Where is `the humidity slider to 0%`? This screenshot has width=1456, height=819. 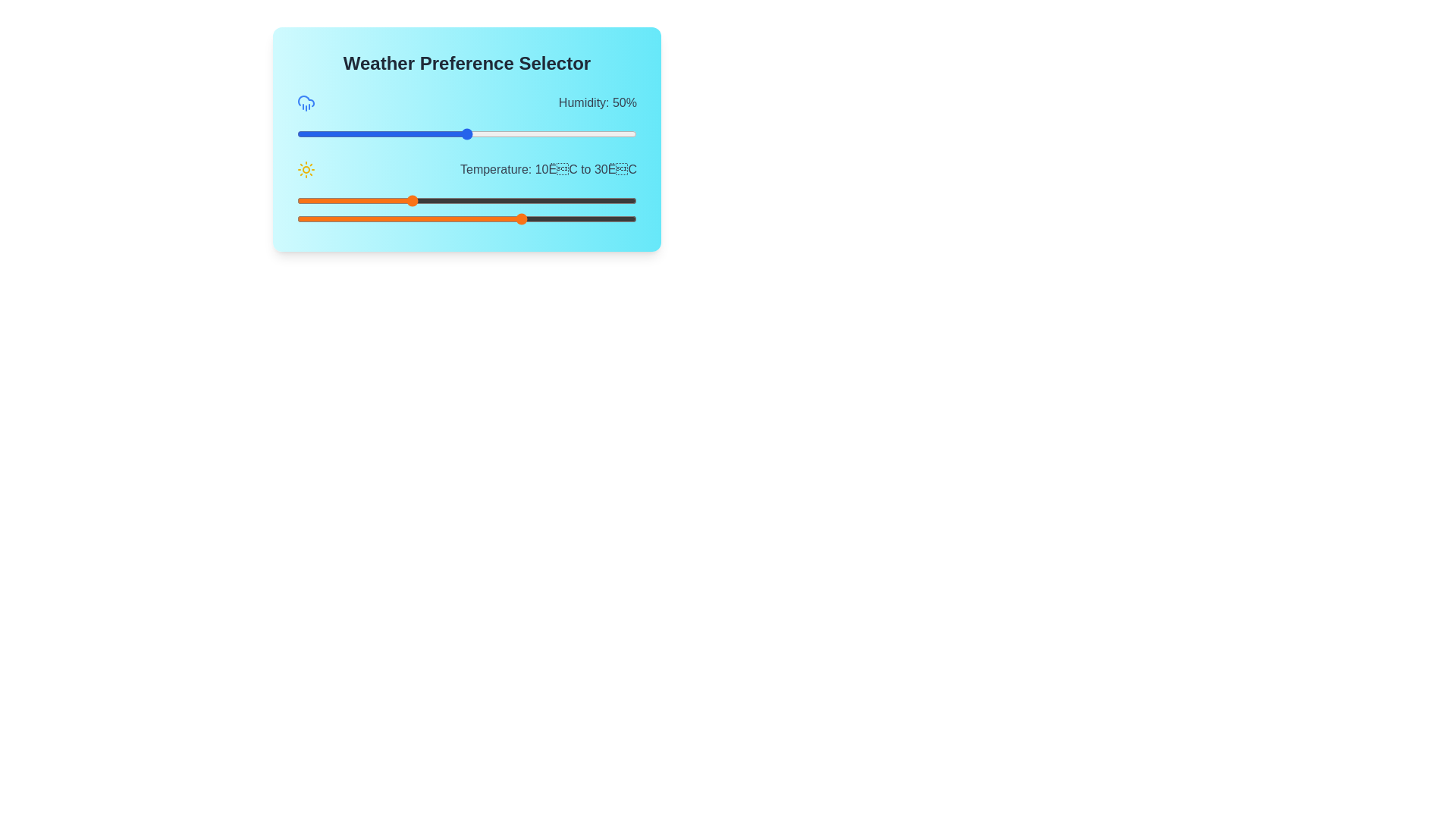
the humidity slider to 0% is located at coordinates (297, 133).